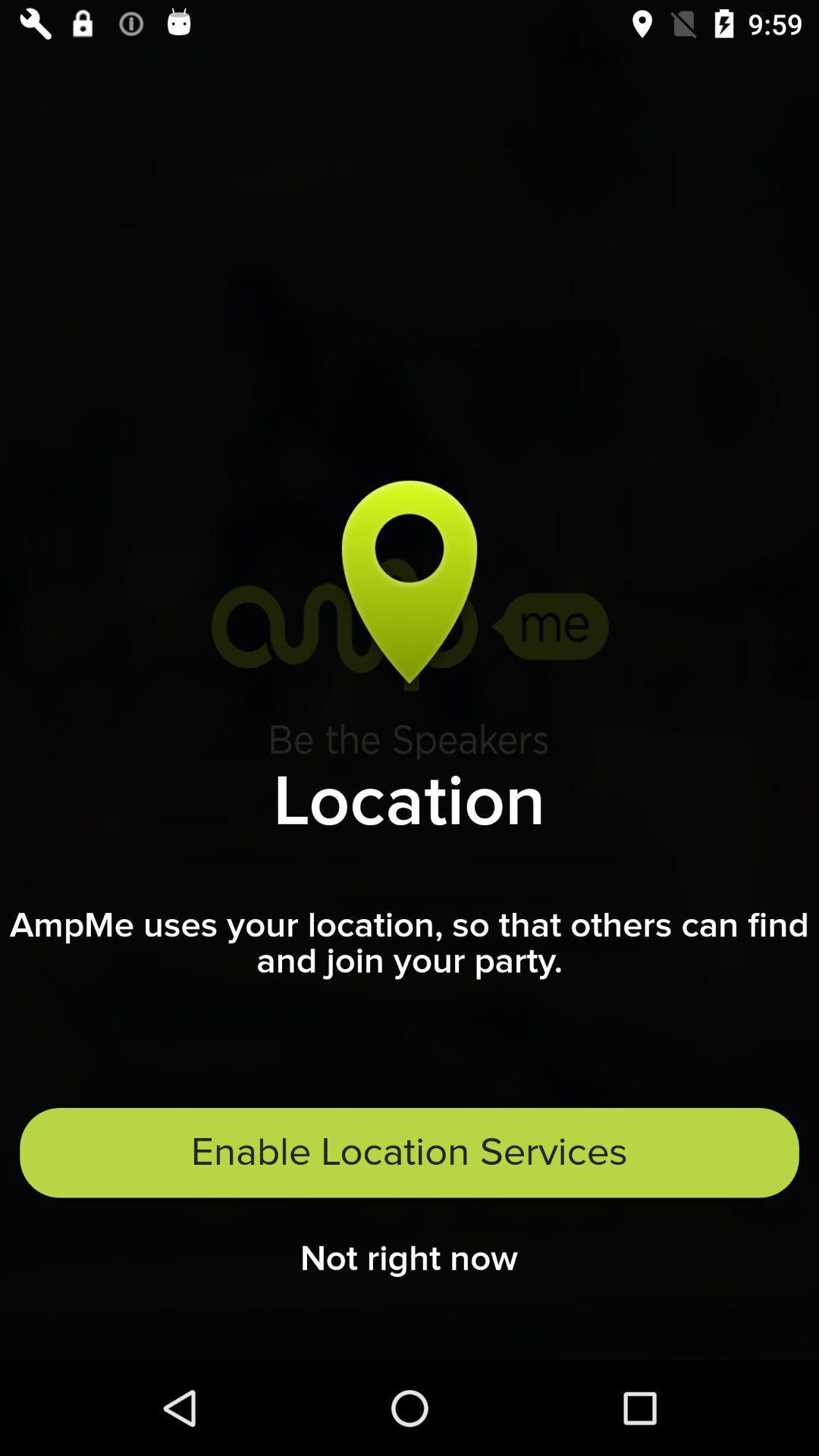  Describe the element at coordinates (409, 1153) in the screenshot. I see `enable location services icon` at that location.